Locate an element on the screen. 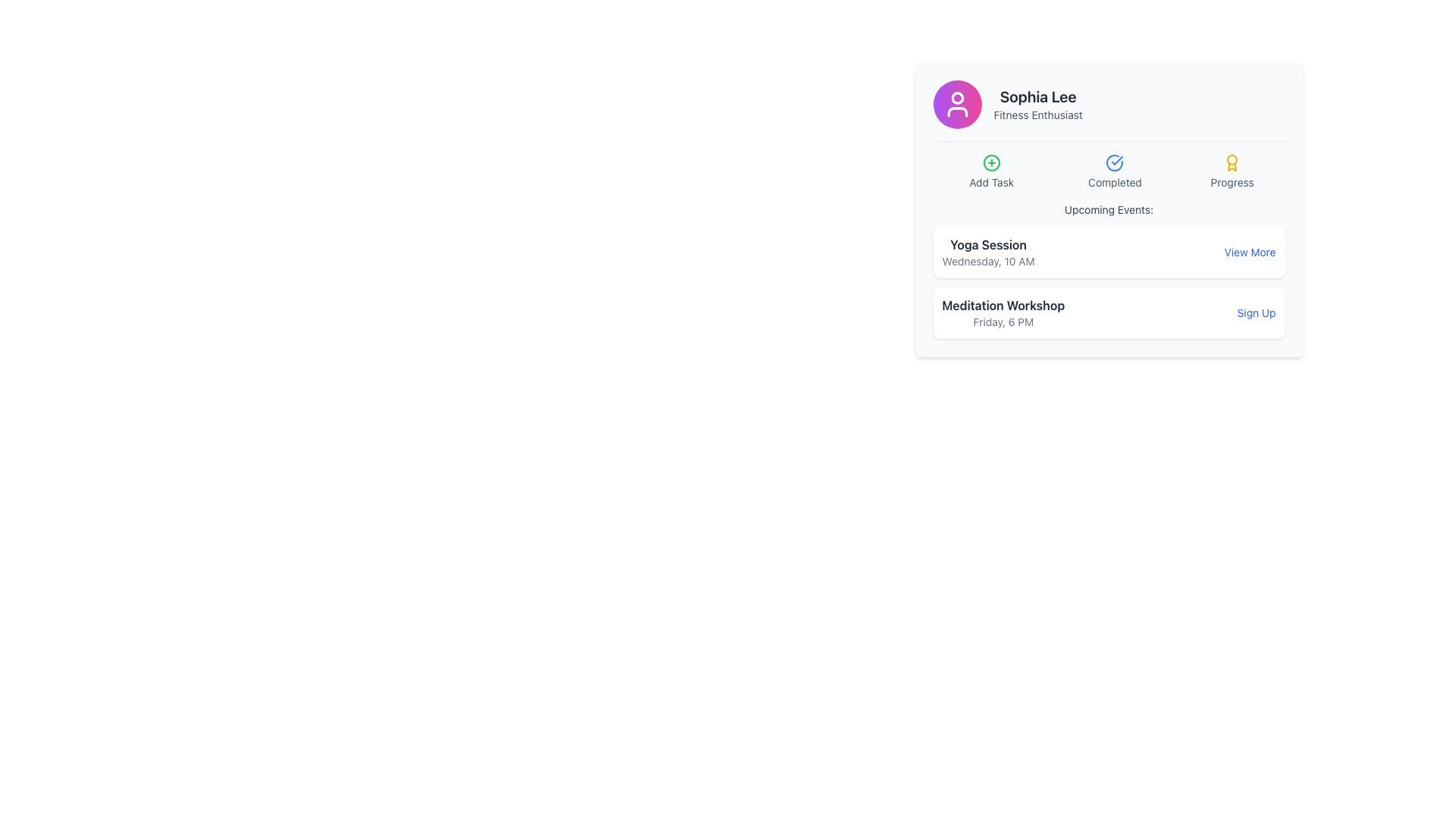 This screenshot has width=1456, height=819. the text label indicating upcoming events, which is positioned at the top of the card interface displaying user details and activities is located at coordinates (1109, 210).